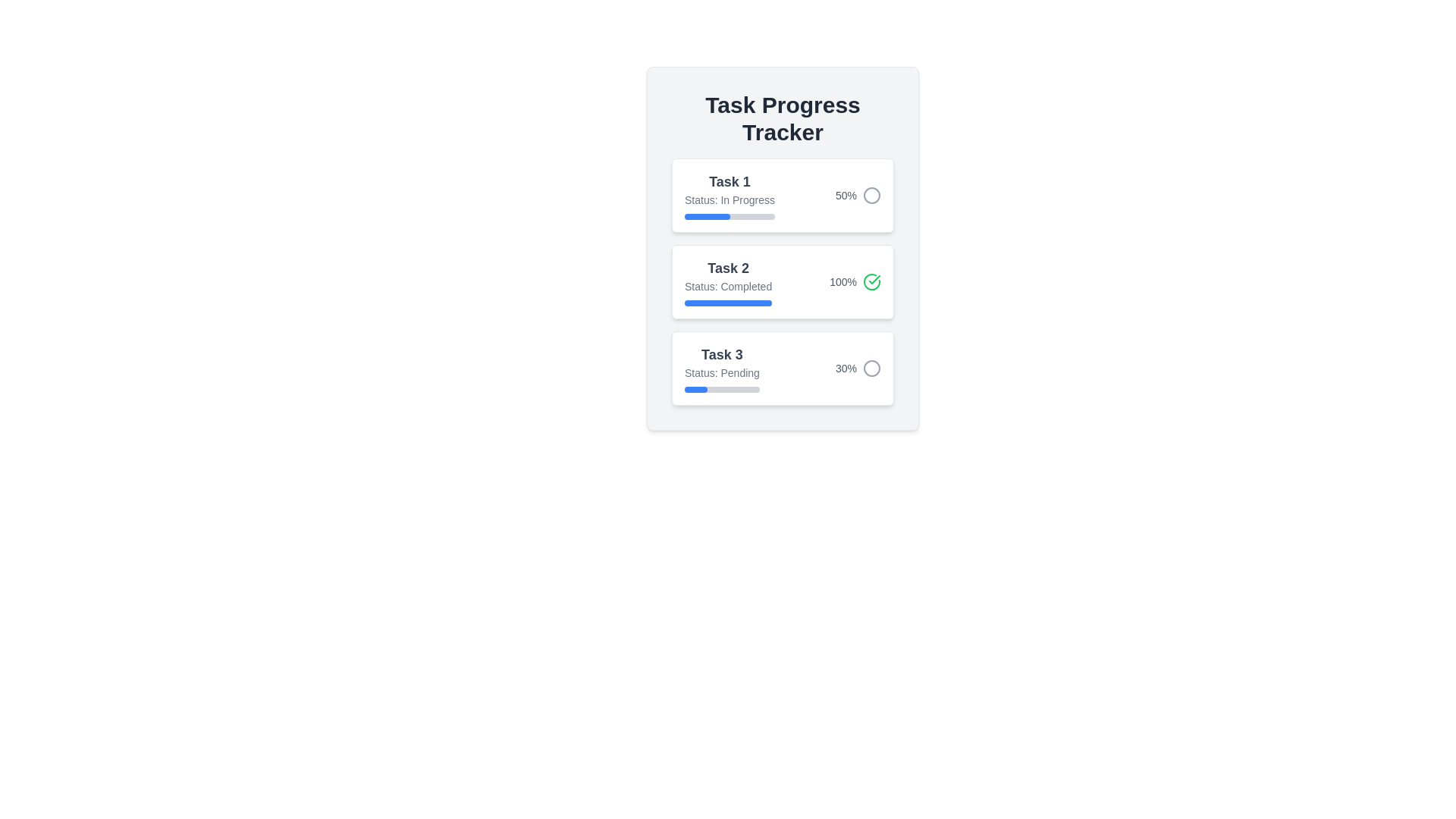 The height and width of the screenshot is (819, 1456). What do you see at coordinates (872, 369) in the screenshot?
I see `circular hollow ring icon located within the 'Task 3' item, which is to the right of the '30%' text label in the 'Status: Pending' section` at bounding box center [872, 369].